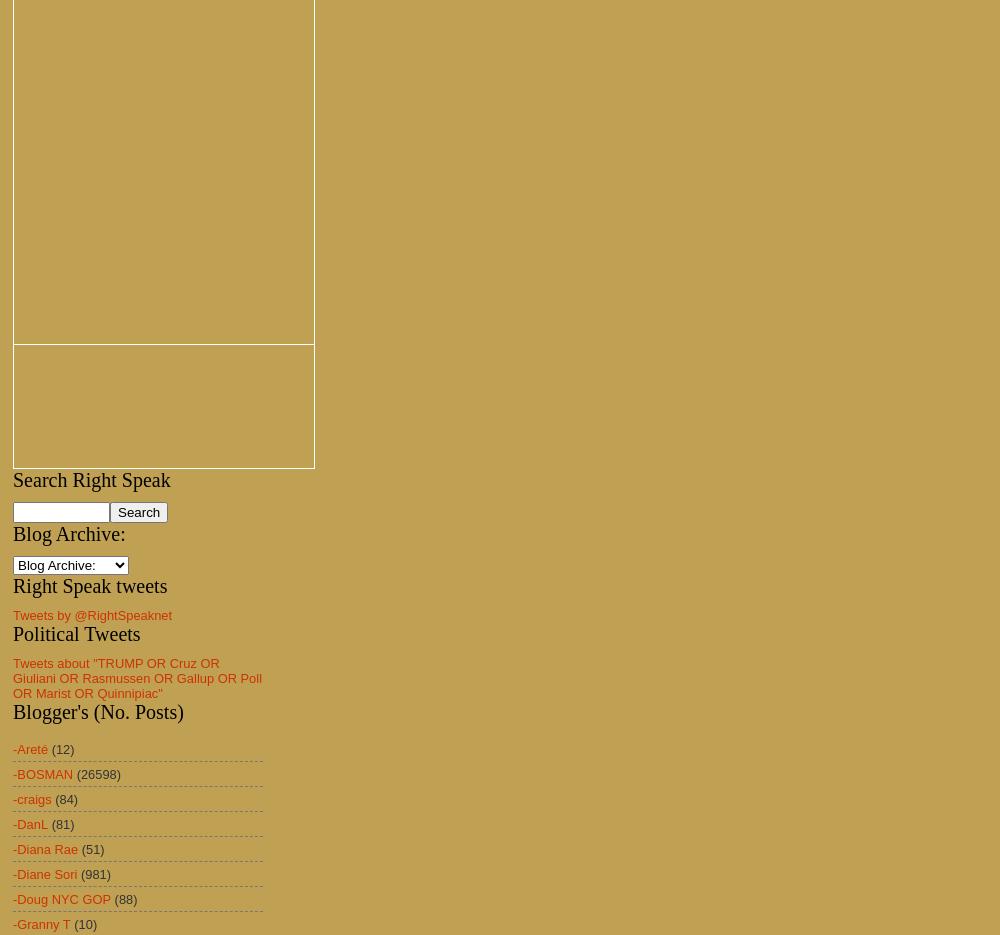 The image size is (1000, 935). What do you see at coordinates (91, 614) in the screenshot?
I see `'Tweets by @RightSpeaknet'` at bounding box center [91, 614].